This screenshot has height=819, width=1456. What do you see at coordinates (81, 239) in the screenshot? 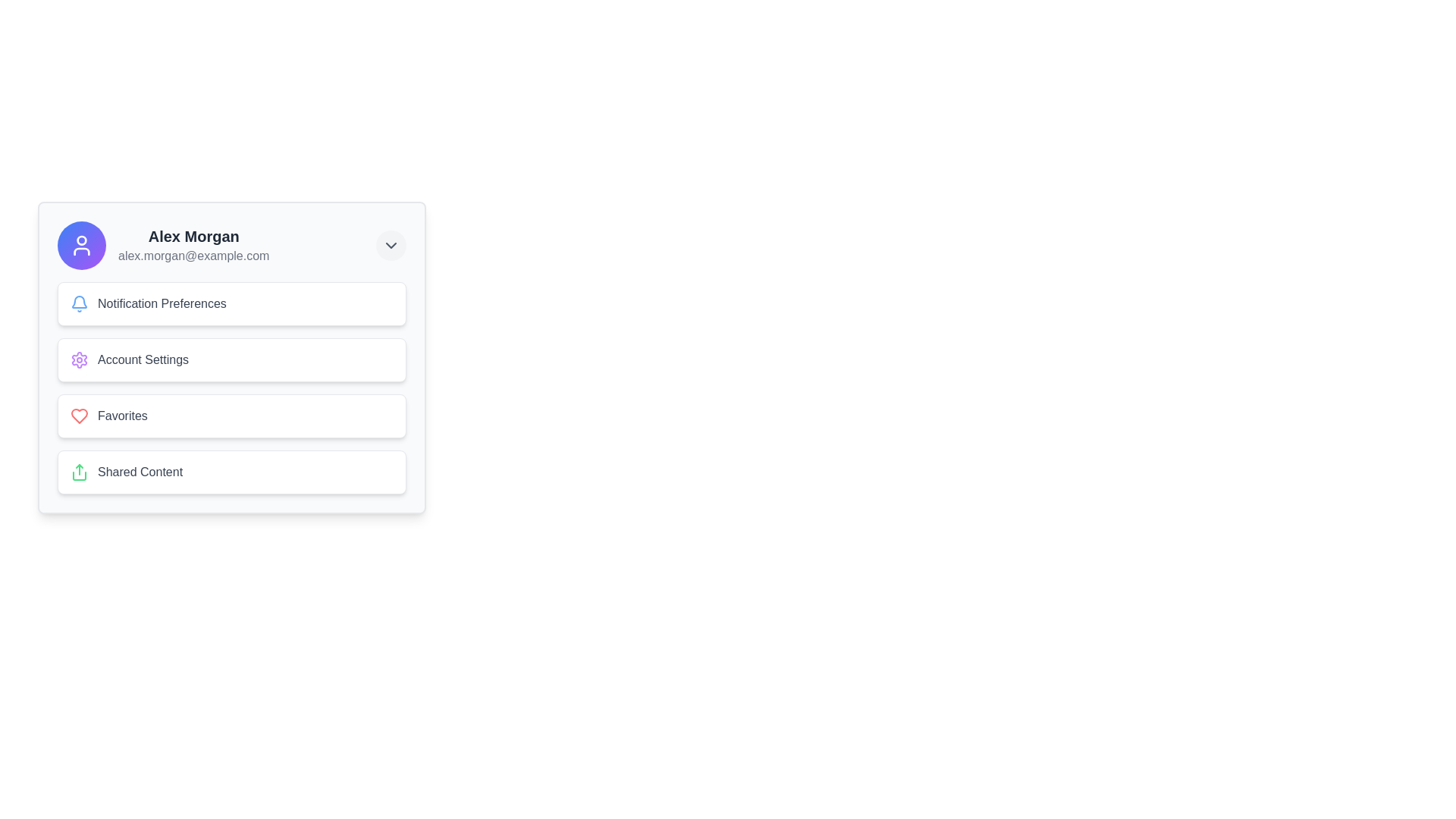
I see `the SVG Circle representing the head part of the user avatar icon, located at the top-center position within the user profile avatar icon, which is to the left of the 'Alex Morgan' text heading` at bounding box center [81, 239].